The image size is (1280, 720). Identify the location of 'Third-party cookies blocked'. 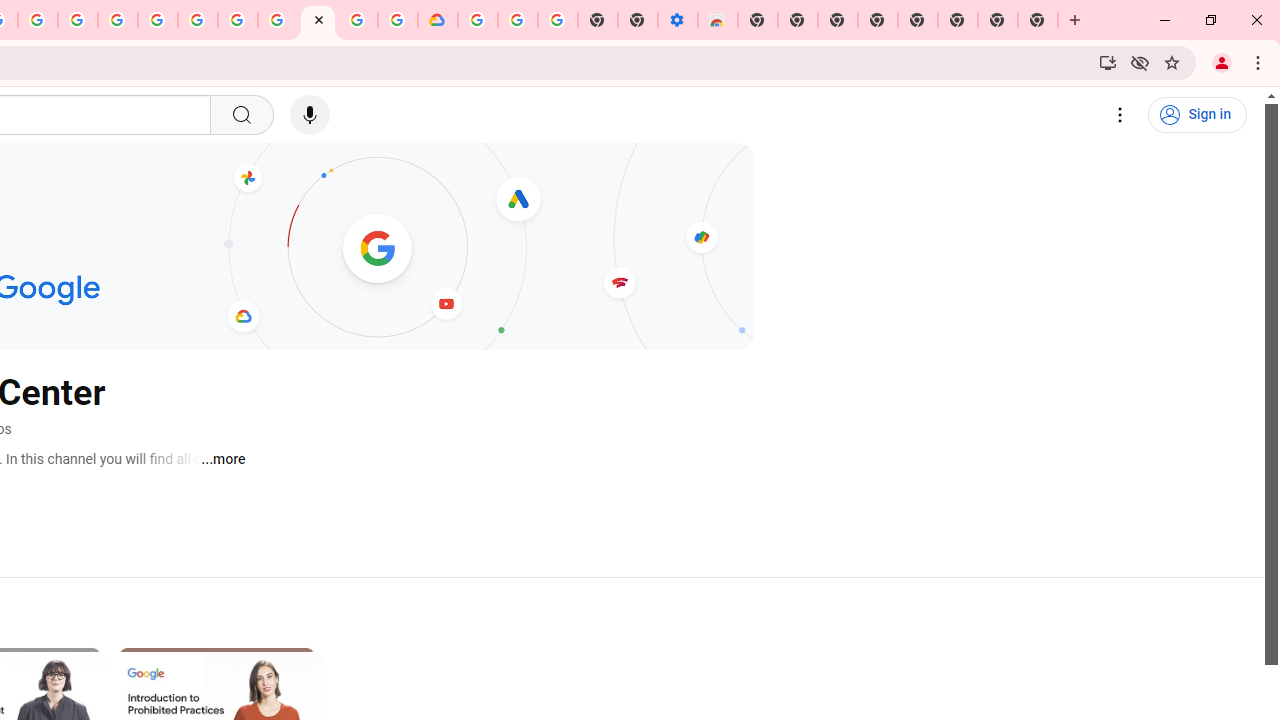
(1139, 61).